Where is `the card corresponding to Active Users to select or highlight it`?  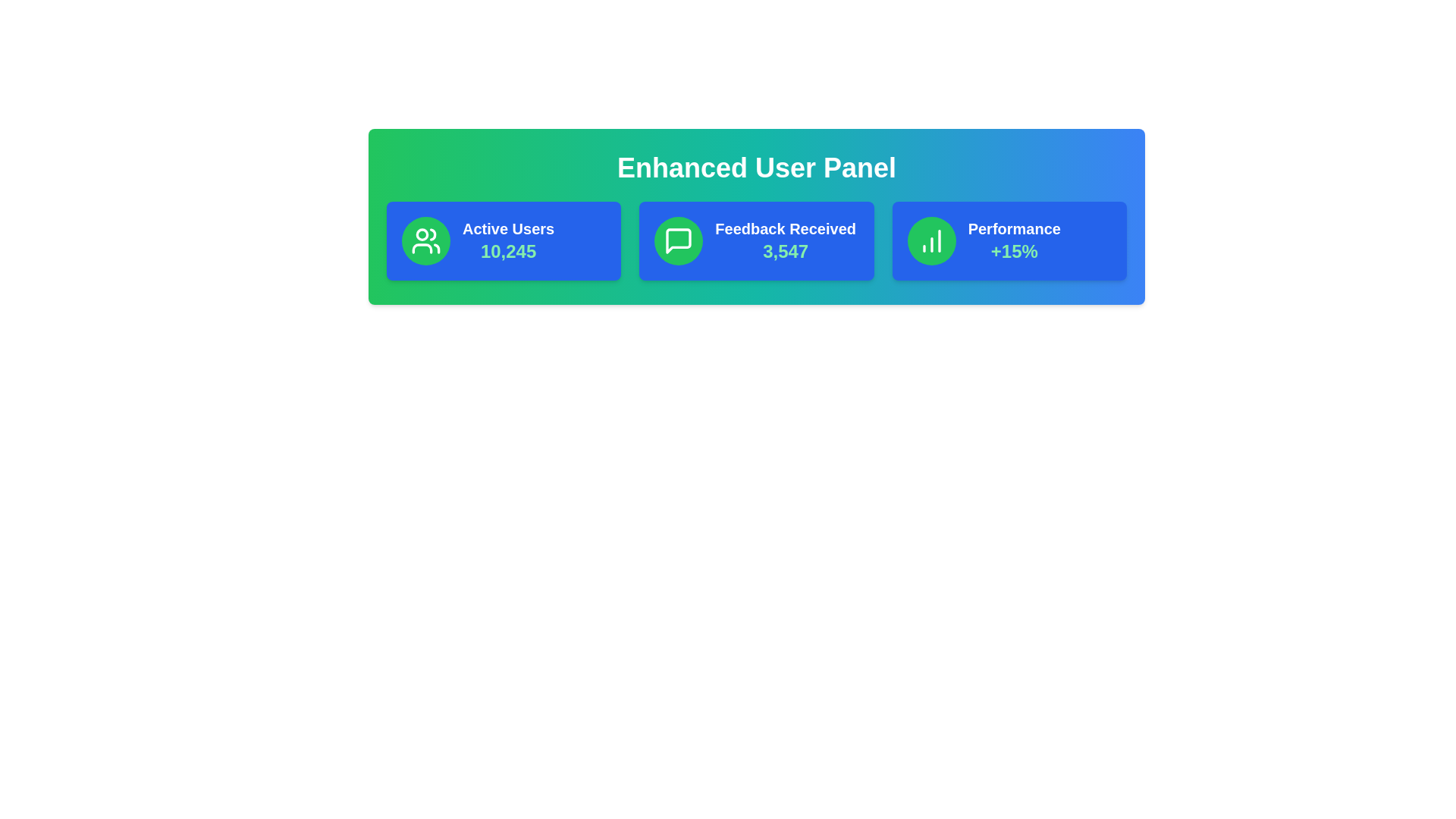 the card corresponding to Active Users to select or highlight it is located at coordinates (503, 240).